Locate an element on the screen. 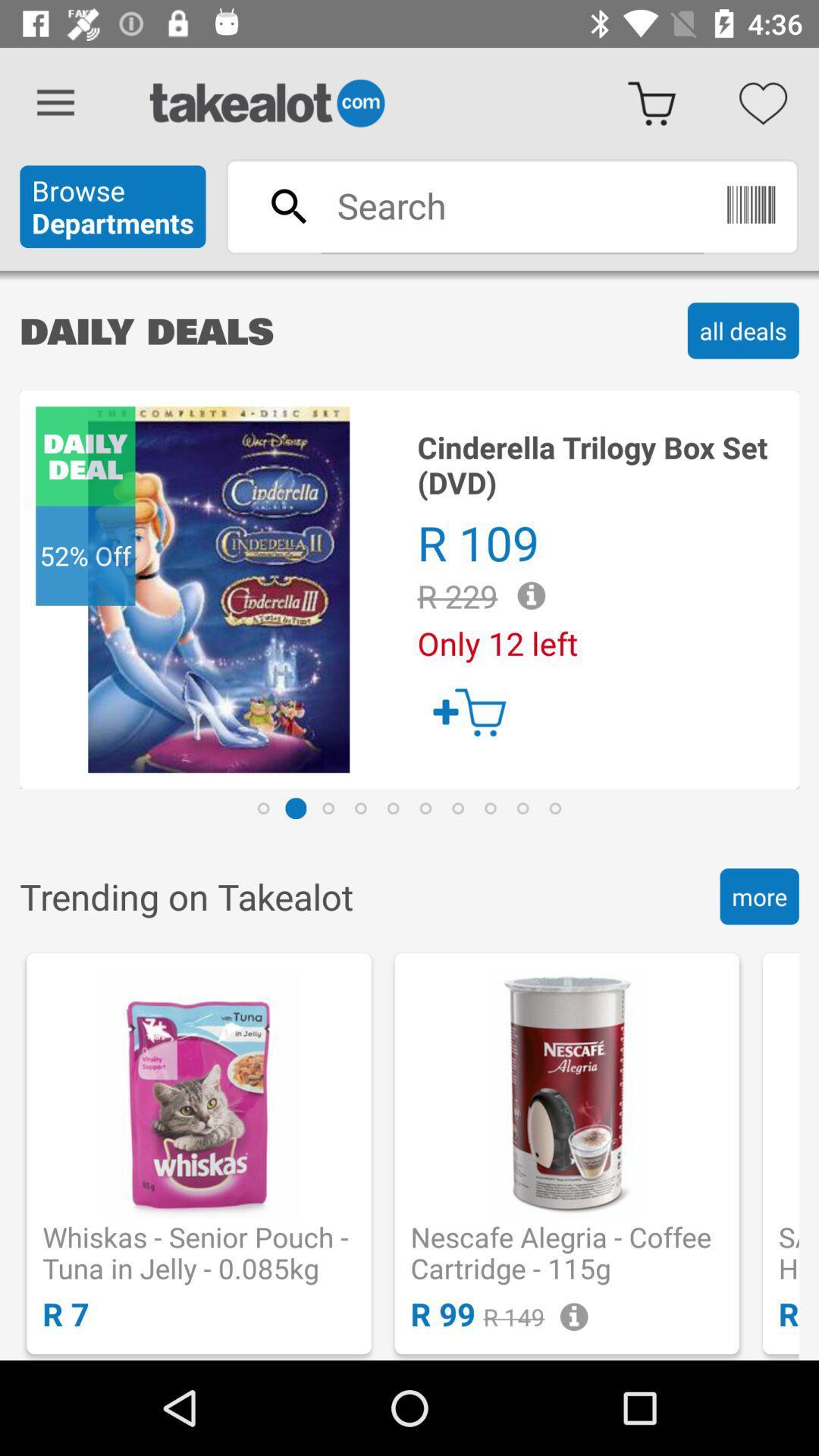  type in search terms is located at coordinates (512, 205).